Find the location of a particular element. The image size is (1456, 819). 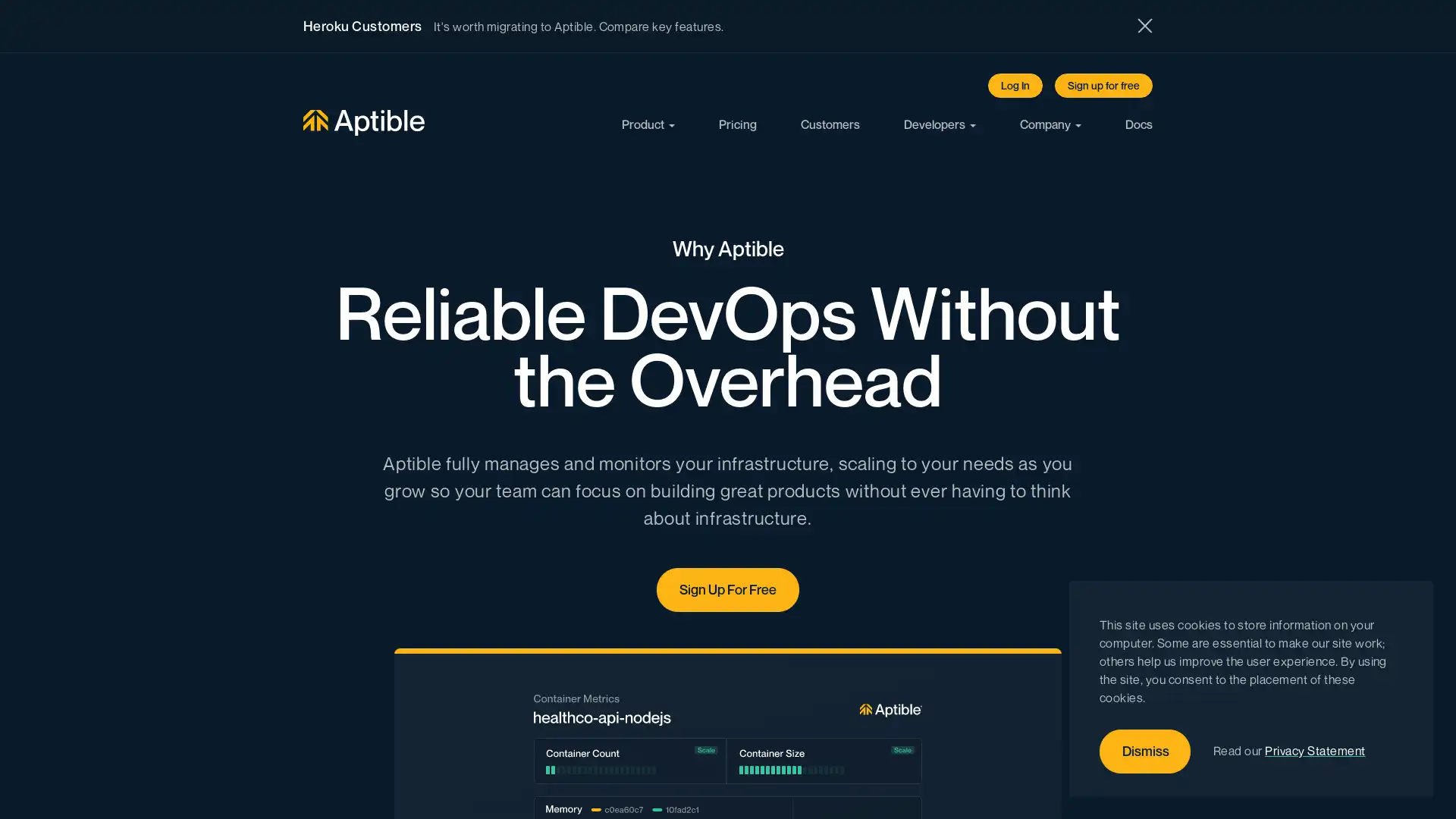

Sign up for free is located at coordinates (1103, 85).